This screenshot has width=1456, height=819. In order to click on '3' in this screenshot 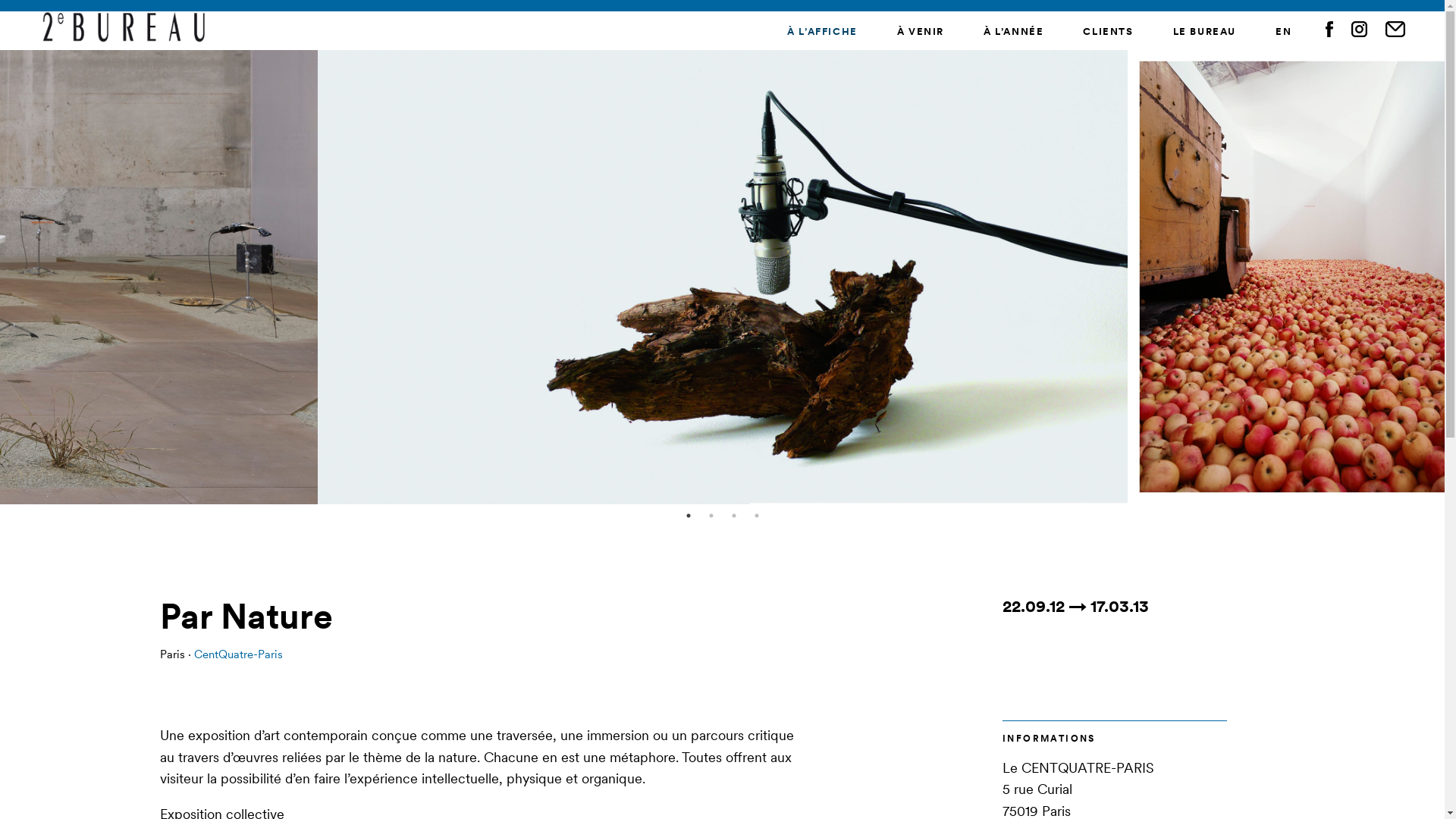, I will do `click(734, 514)`.